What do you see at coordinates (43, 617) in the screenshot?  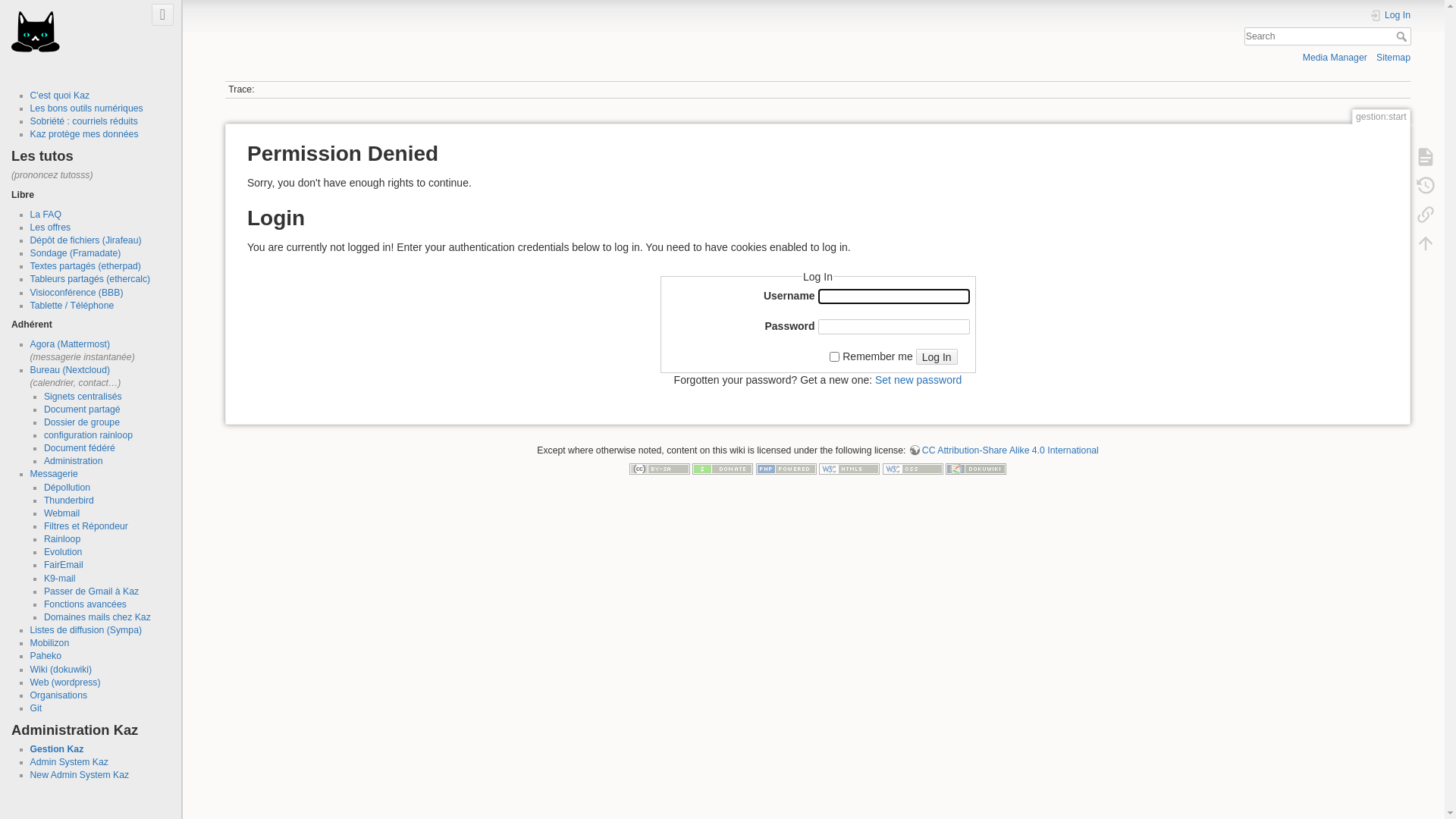 I see `'Domaines mails chez Kaz'` at bounding box center [43, 617].